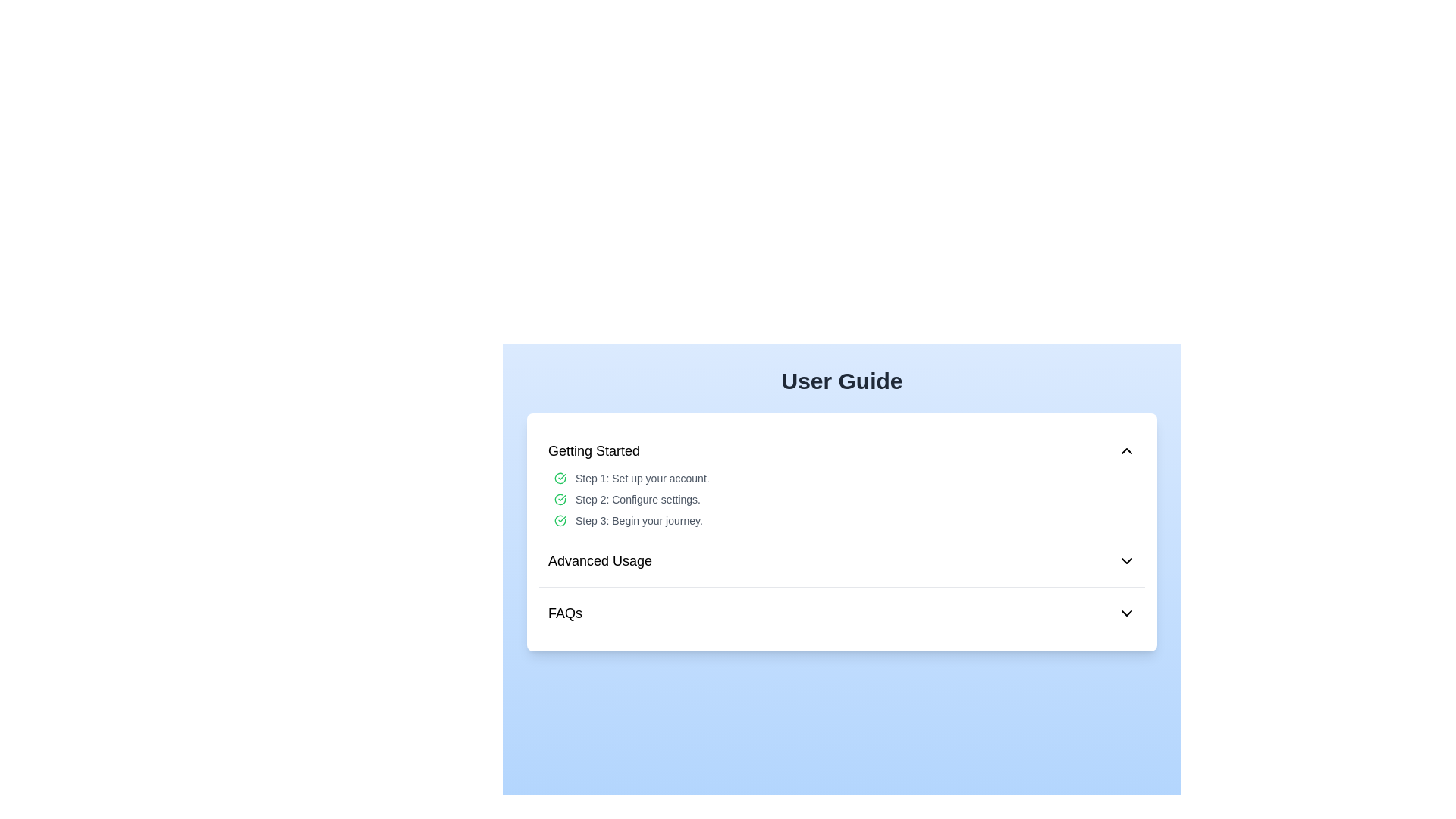  Describe the element at coordinates (1127, 561) in the screenshot. I see `the chevron icon located on the far right side of the 'Advanced Usage' section in the User Guide interface` at that location.